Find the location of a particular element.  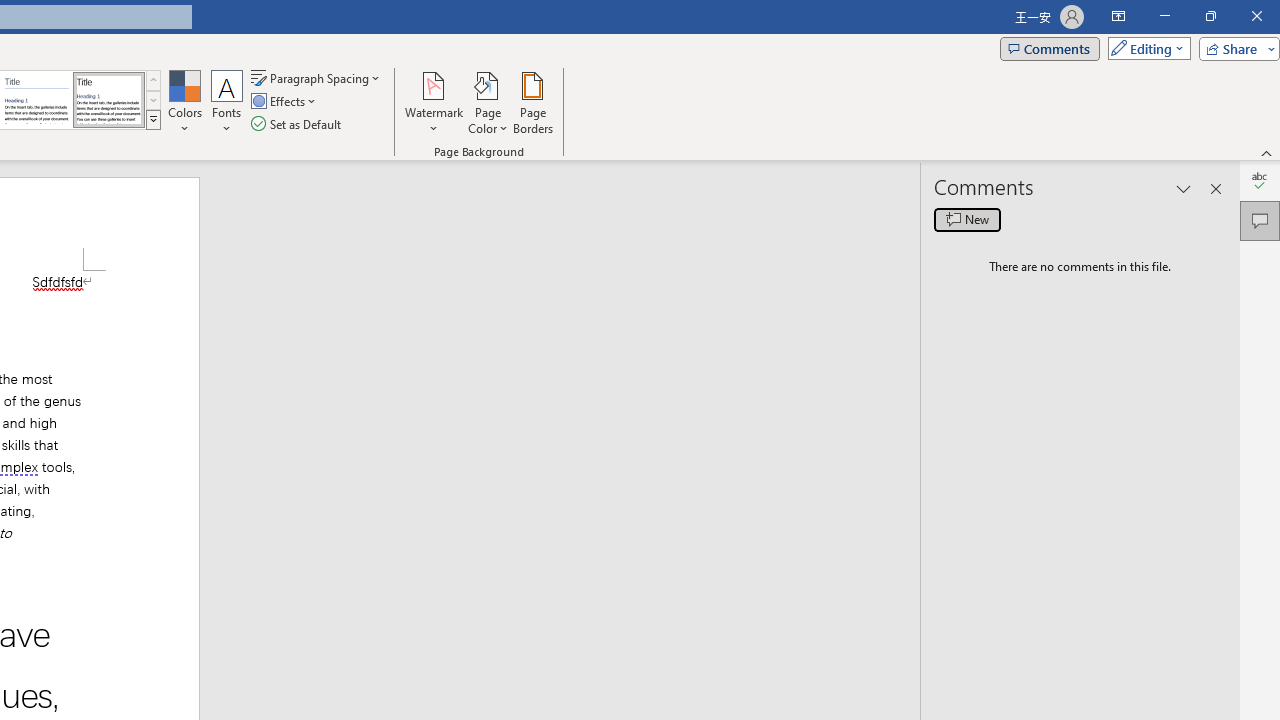

'Effects' is located at coordinates (284, 101).